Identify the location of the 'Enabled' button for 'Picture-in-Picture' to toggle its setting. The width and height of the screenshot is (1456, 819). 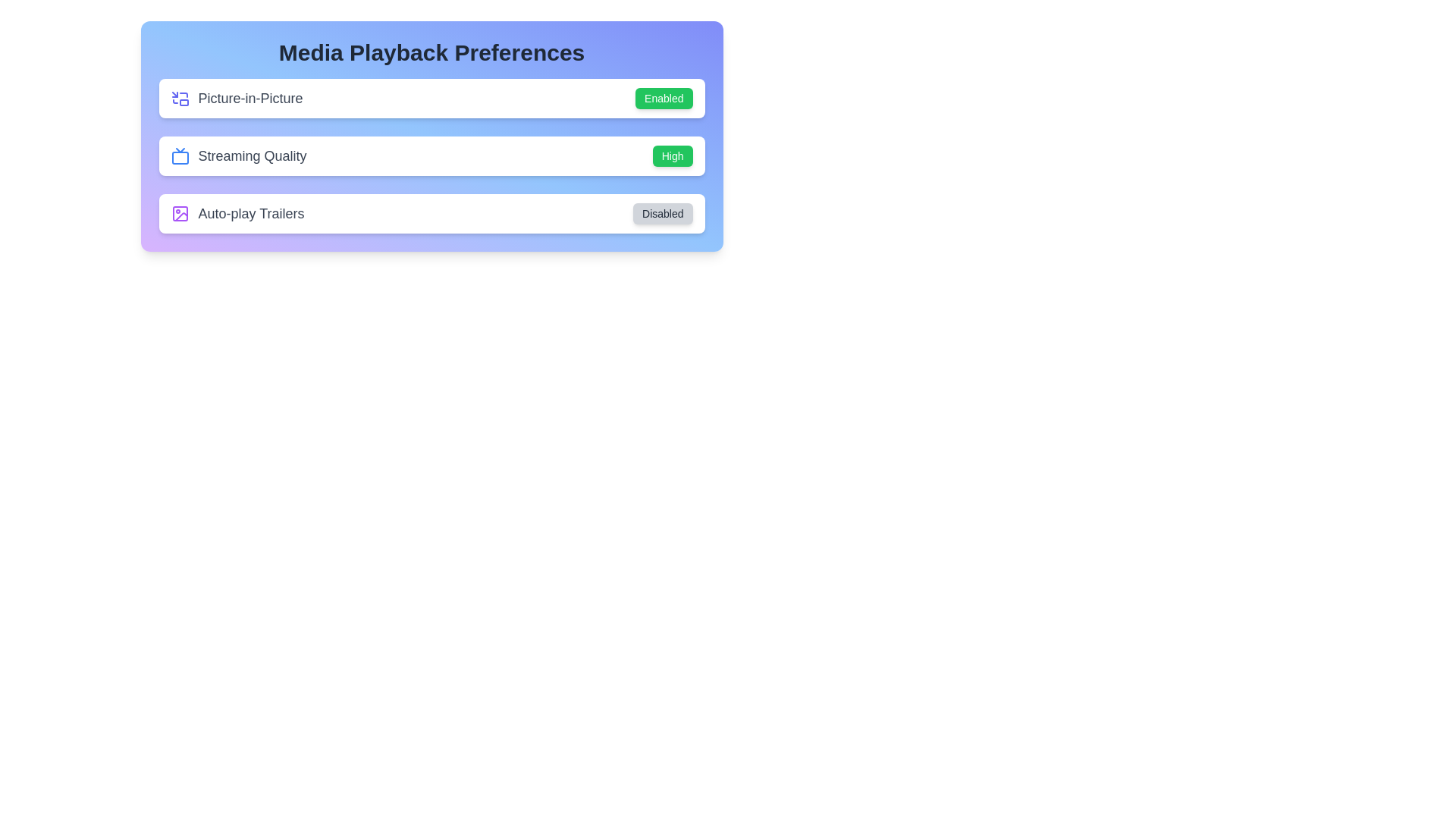
(664, 99).